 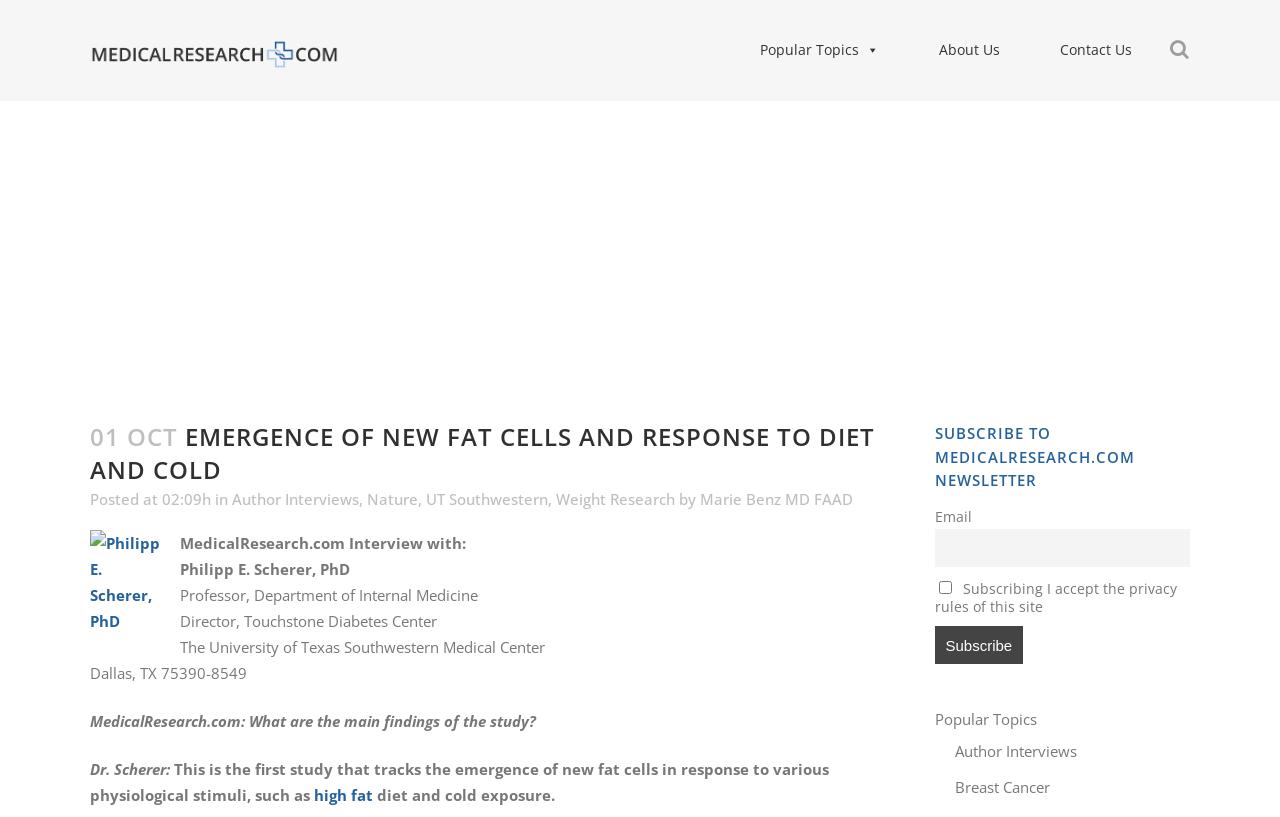 What do you see at coordinates (221, 498) in the screenshot?
I see `'in'` at bounding box center [221, 498].